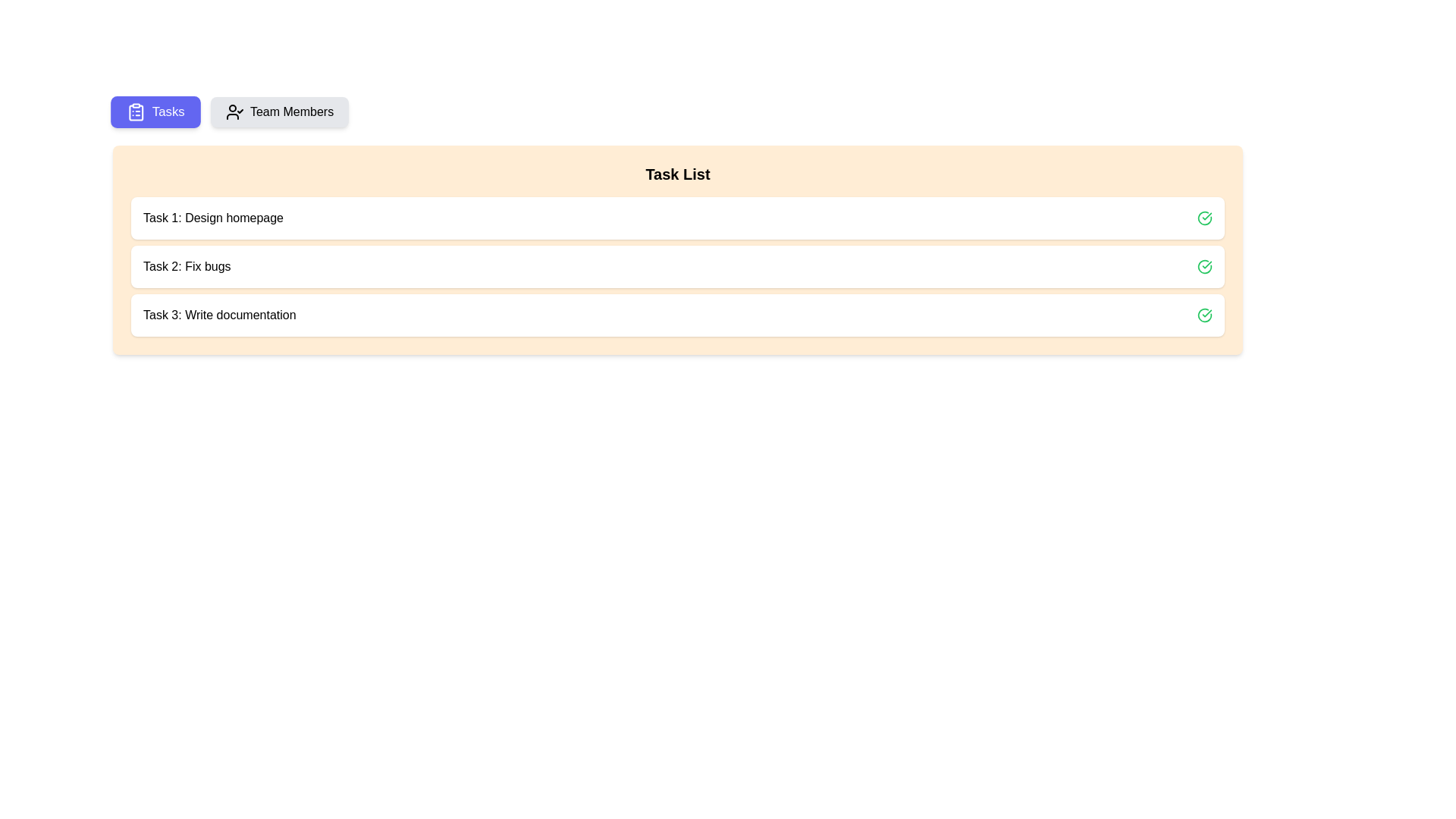  I want to click on the 'Team Members' button with rounded corners and a light gray background, so click(280, 111).